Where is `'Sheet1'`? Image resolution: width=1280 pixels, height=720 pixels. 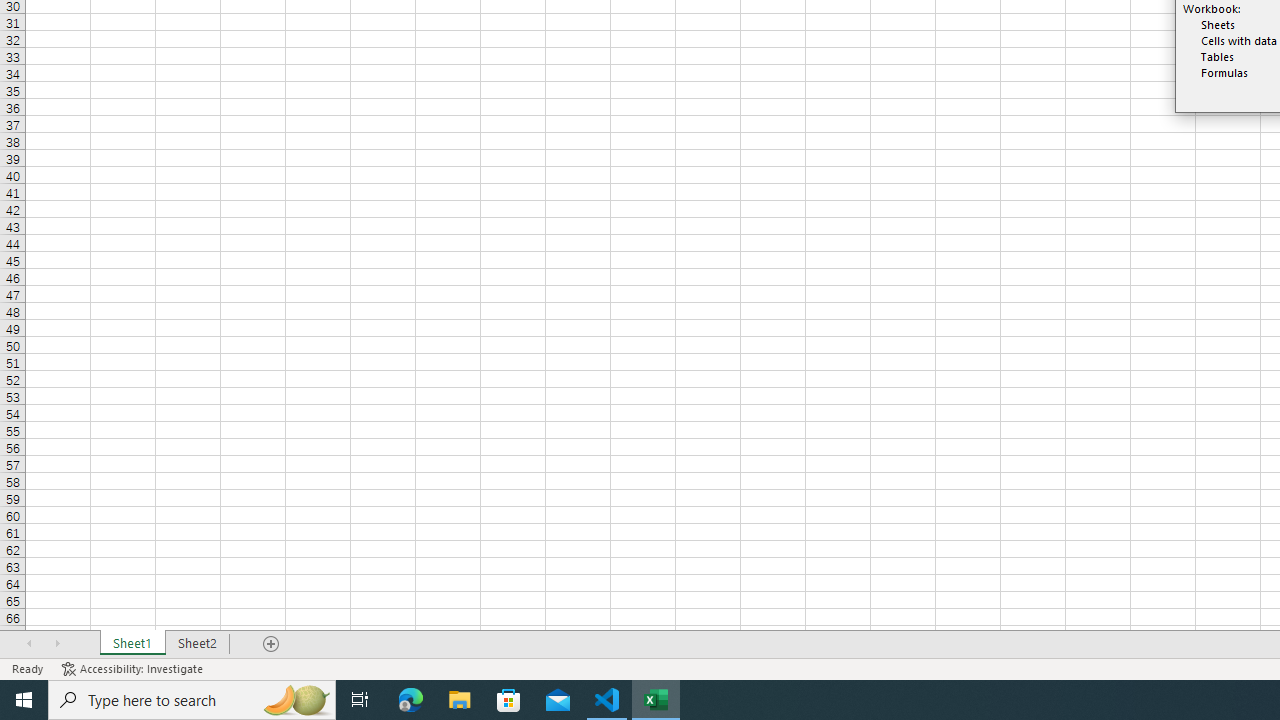 'Sheet1' is located at coordinates (131, 644).